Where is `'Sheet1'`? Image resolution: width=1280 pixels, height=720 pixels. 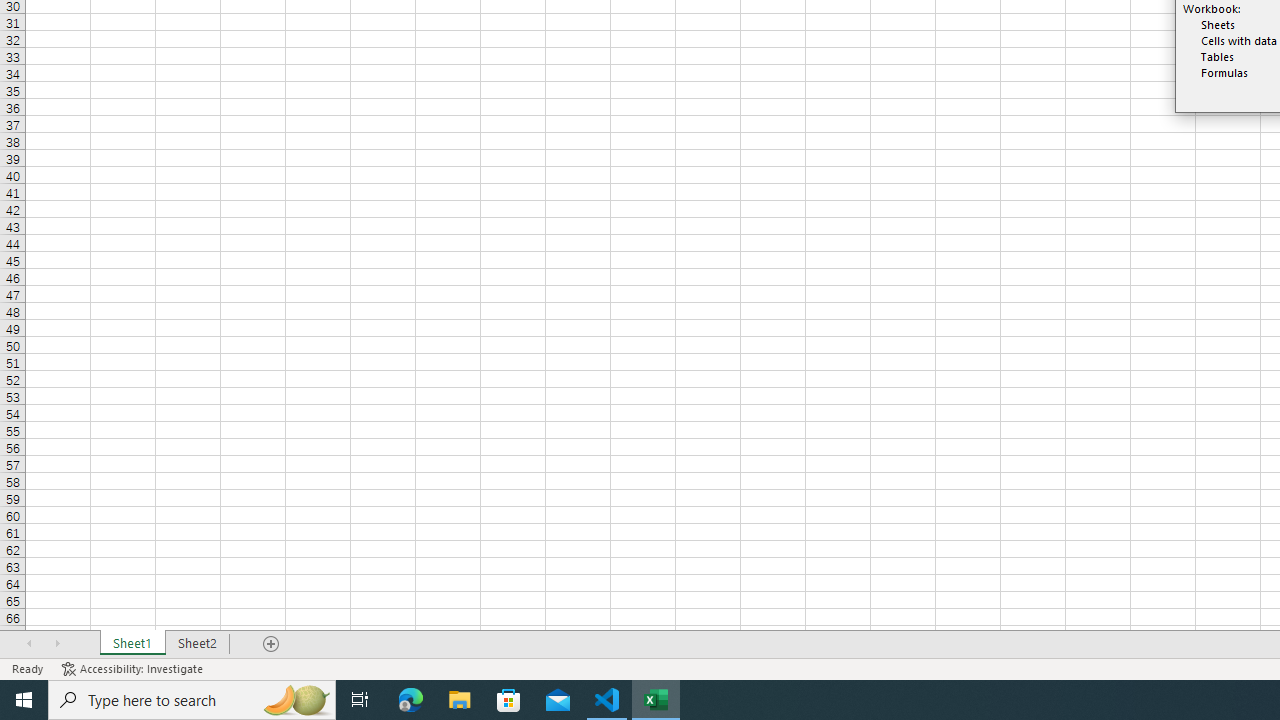 'Sheet1' is located at coordinates (131, 644).